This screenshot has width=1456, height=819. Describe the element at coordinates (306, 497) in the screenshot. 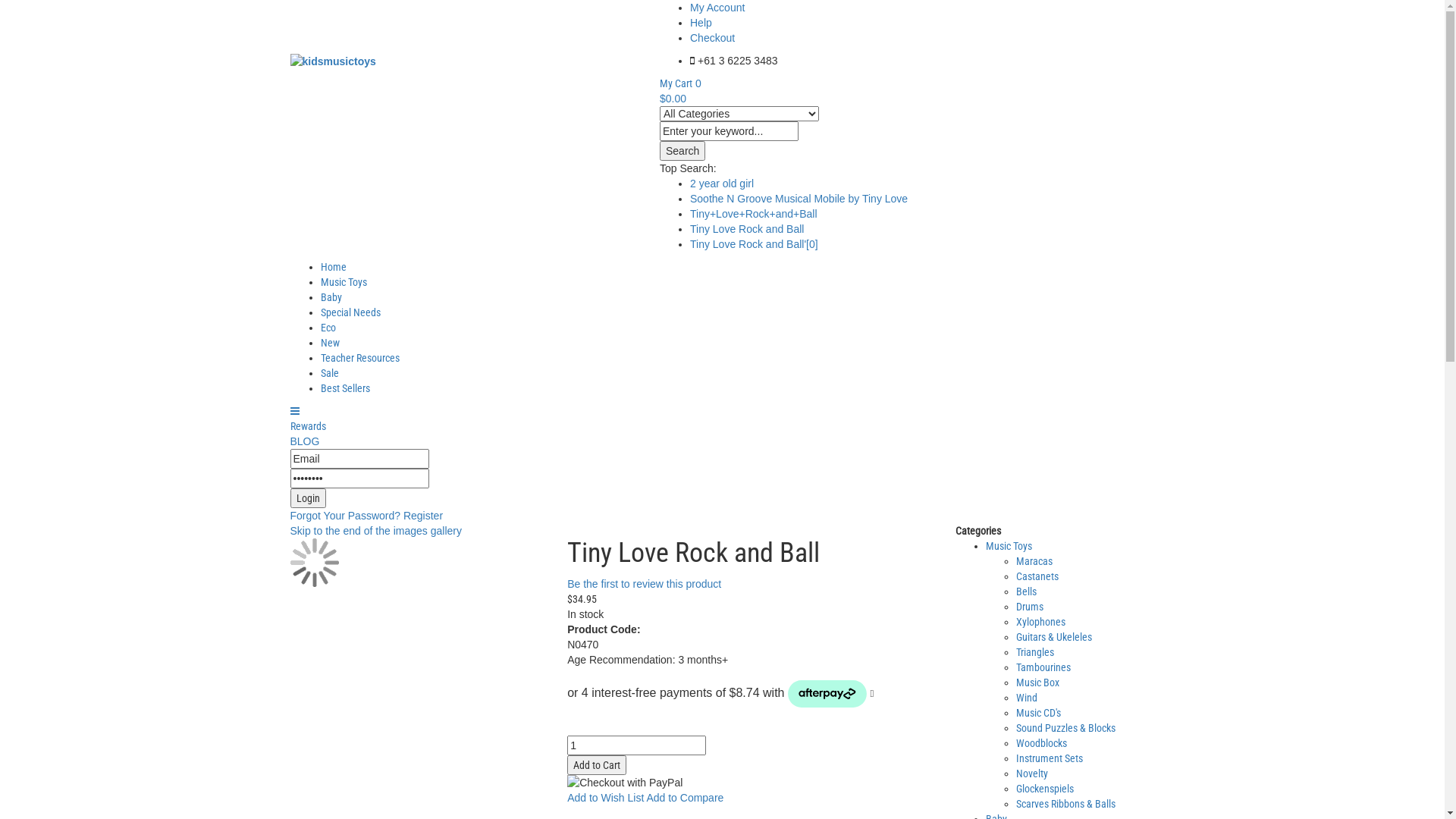

I see `'Login'` at that location.